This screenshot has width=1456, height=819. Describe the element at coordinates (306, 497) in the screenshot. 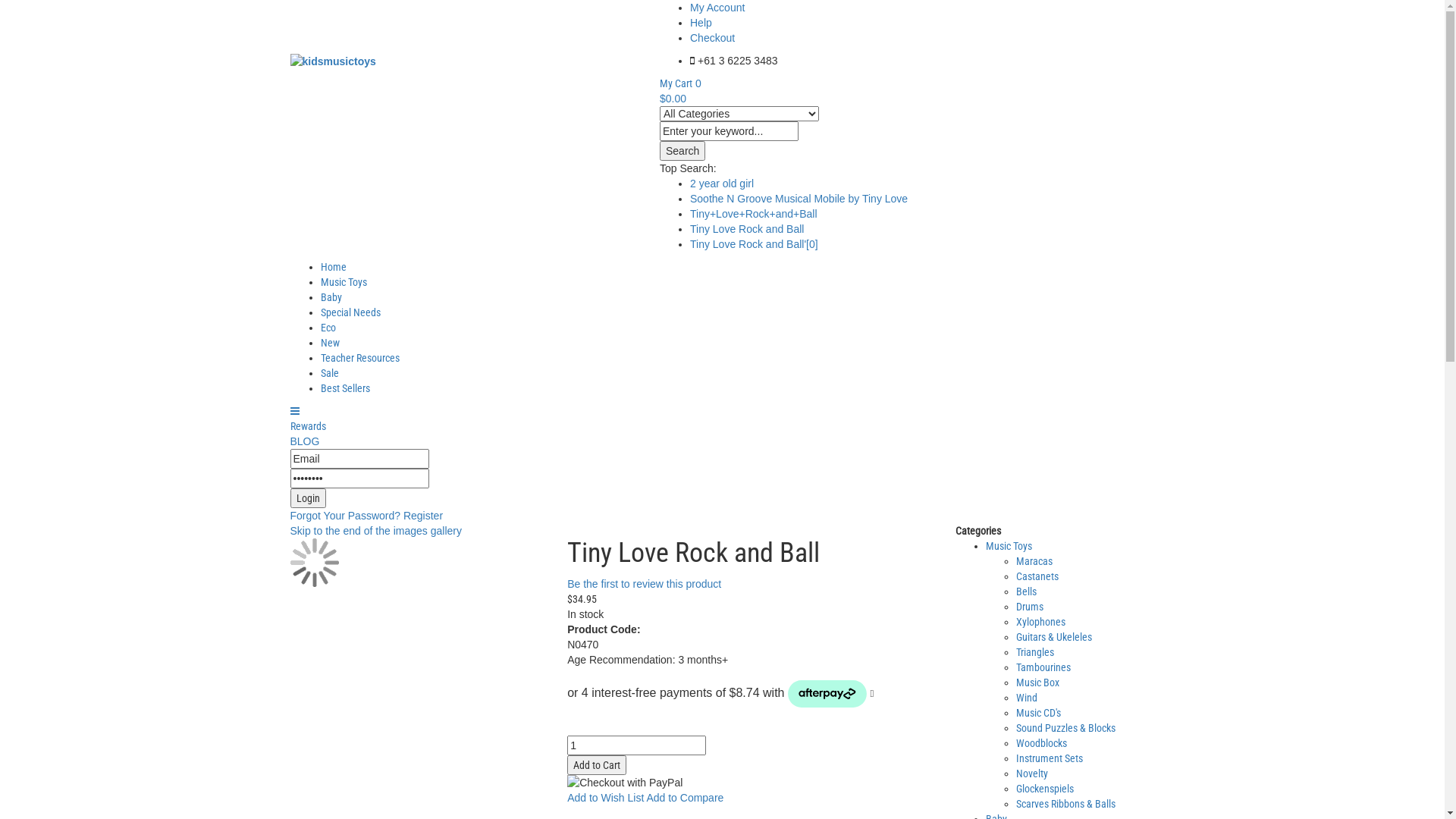

I see `'Login'` at that location.